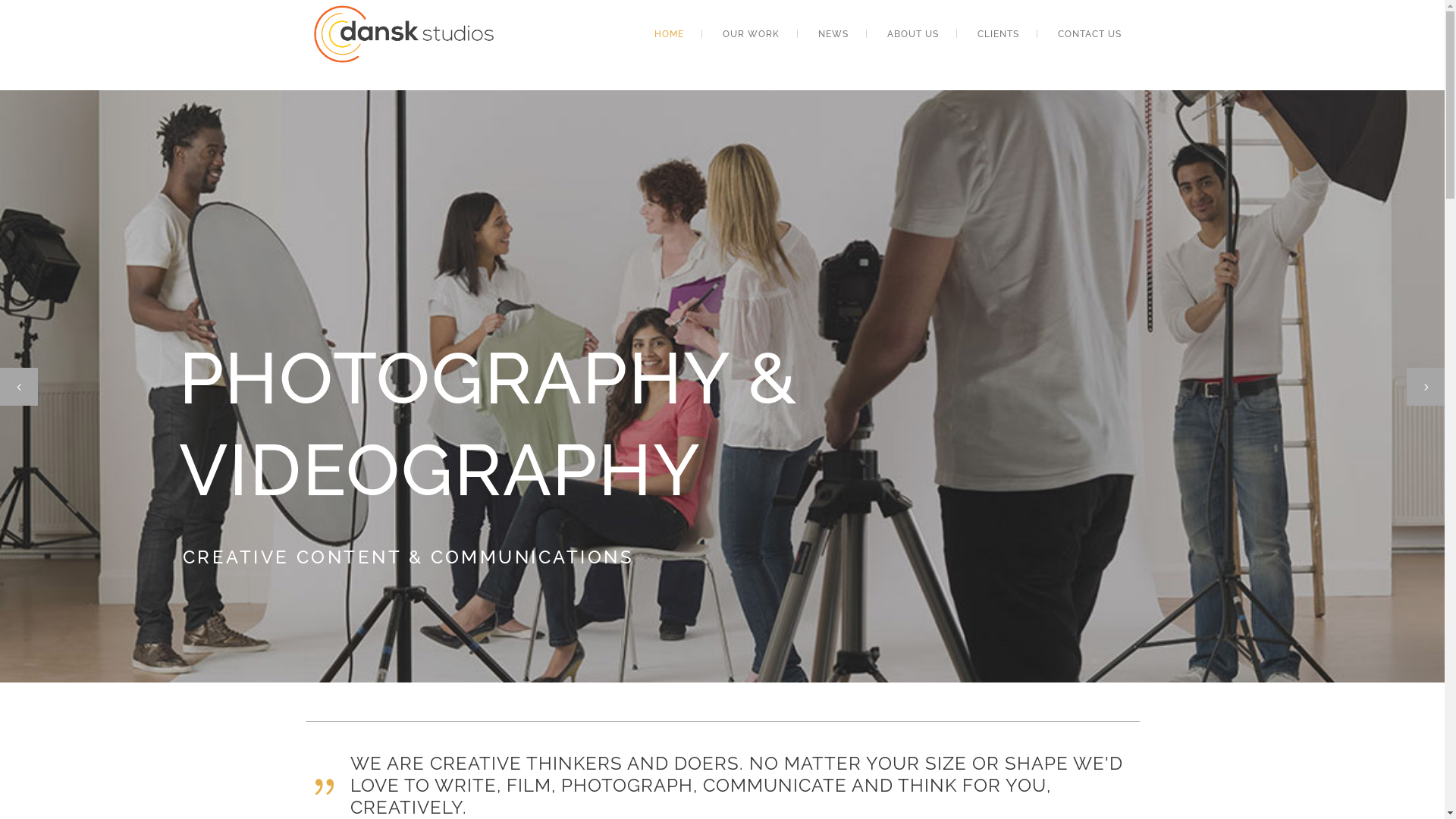  What do you see at coordinates (957, 34) in the screenshot?
I see `'CLIENTS'` at bounding box center [957, 34].